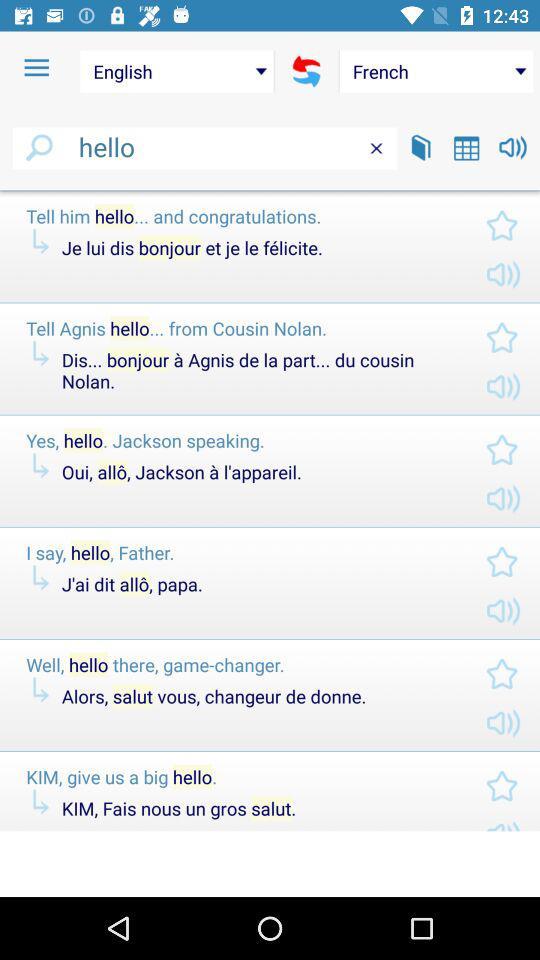 The height and width of the screenshot is (960, 540). What do you see at coordinates (36, 68) in the screenshot?
I see `the icon next to english item` at bounding box center [36, 68].